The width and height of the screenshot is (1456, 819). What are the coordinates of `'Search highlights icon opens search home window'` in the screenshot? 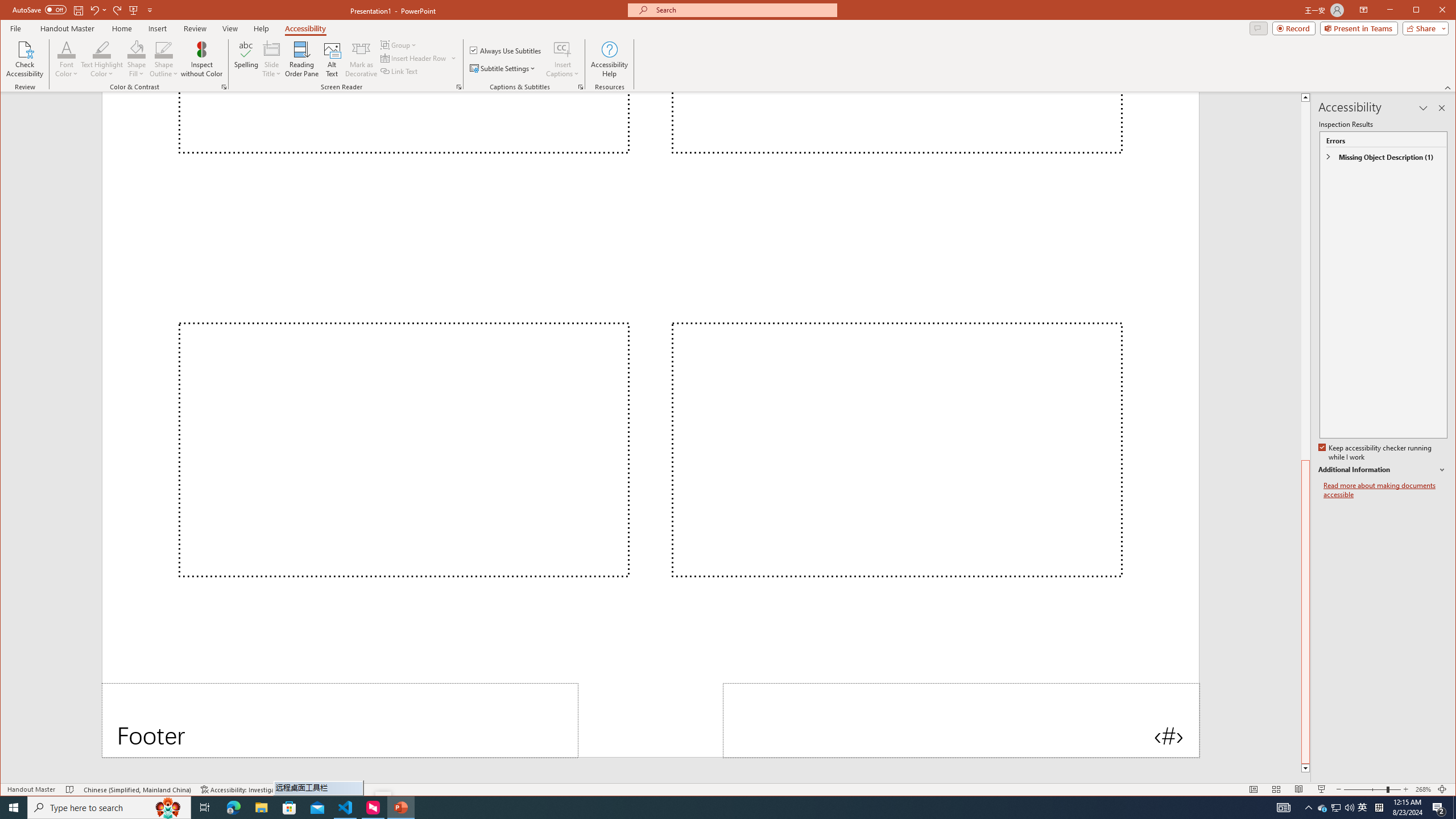 It's located at (167, 806).